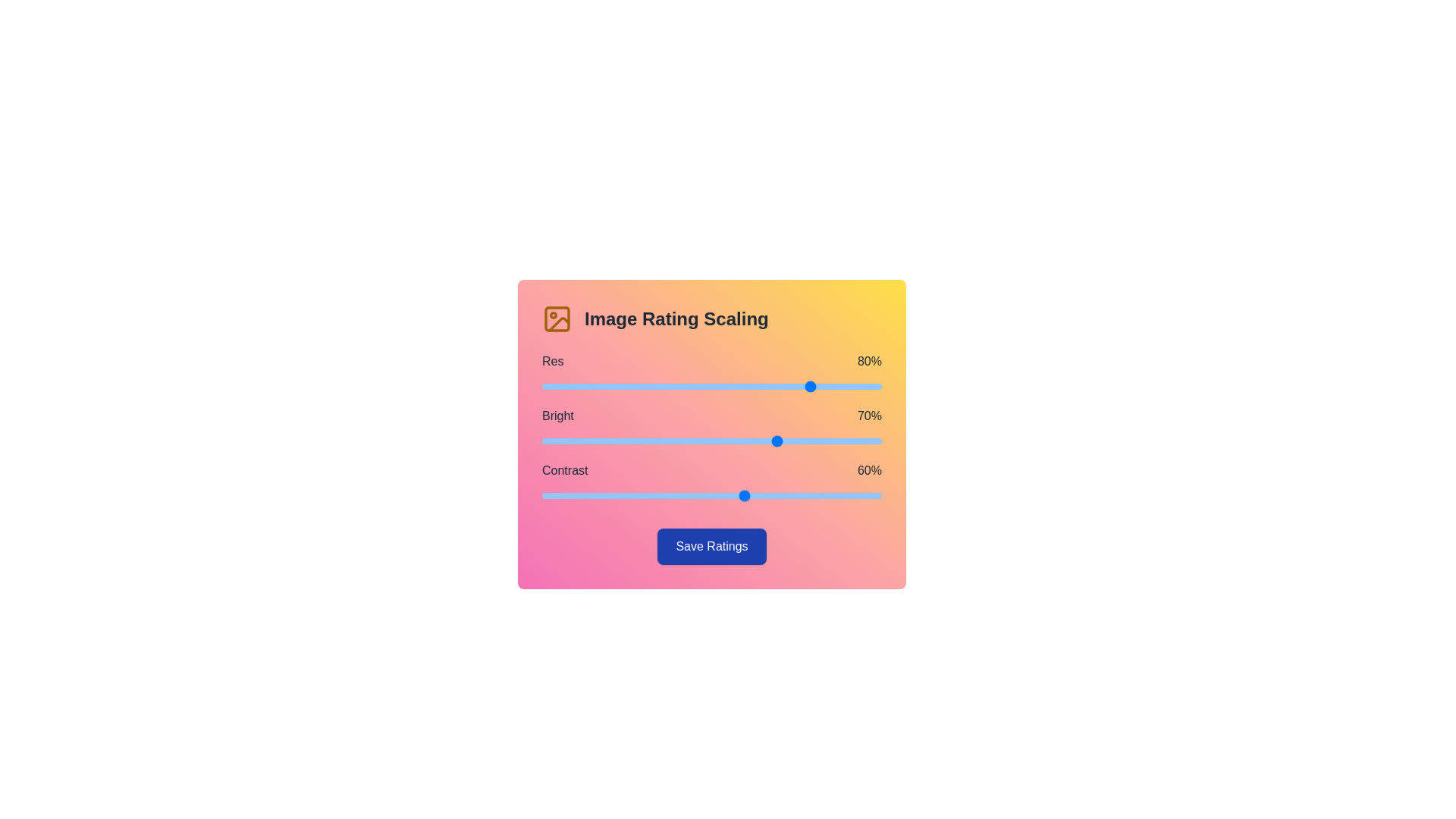 The width and height of the screenshot is (1456, 819). What do you see at coordinates (864, 496) in the screenshot?
I see `the contrast` at bounding box center [864, 496].